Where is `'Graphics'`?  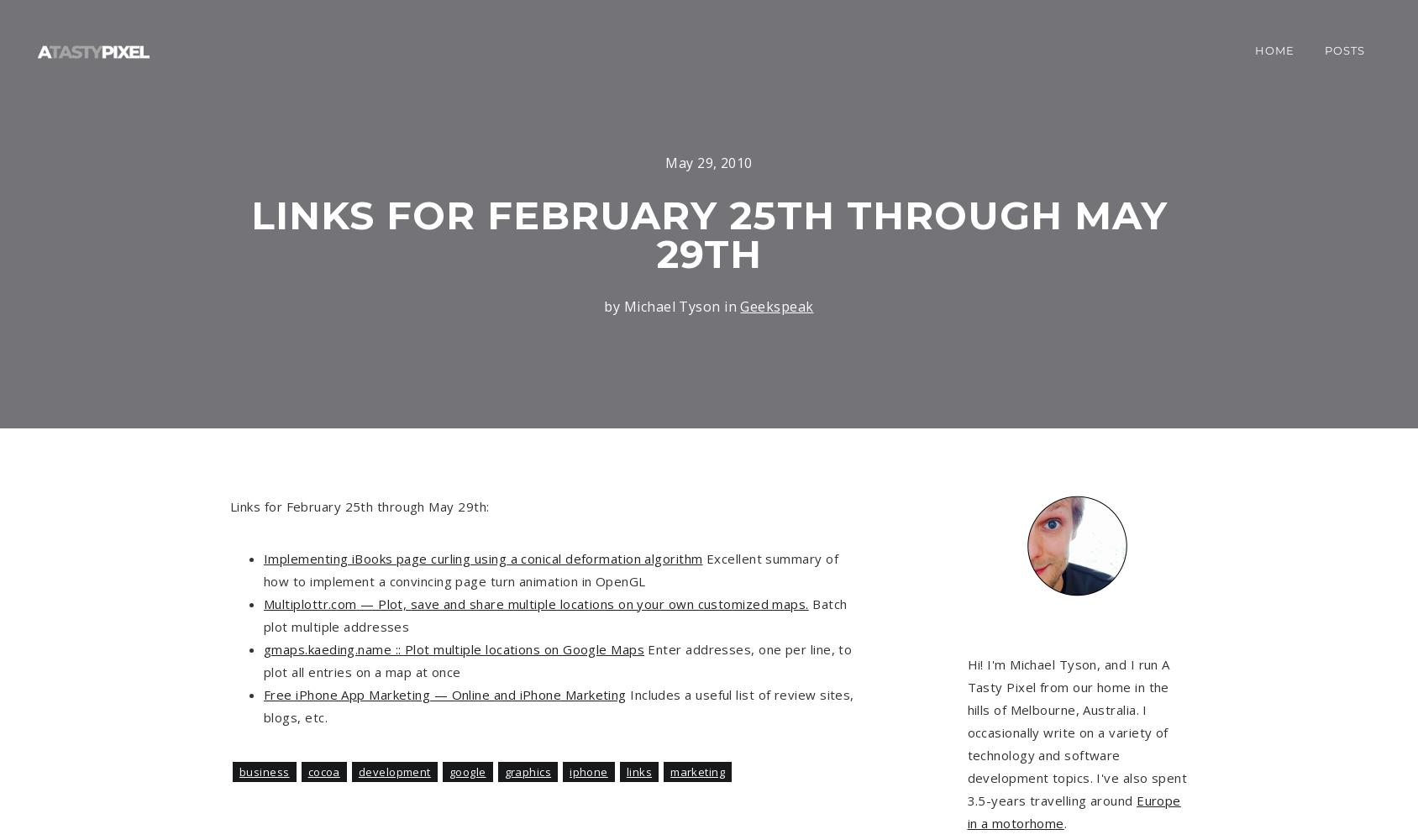 'Graphics' is located at coordinates (527, 772).